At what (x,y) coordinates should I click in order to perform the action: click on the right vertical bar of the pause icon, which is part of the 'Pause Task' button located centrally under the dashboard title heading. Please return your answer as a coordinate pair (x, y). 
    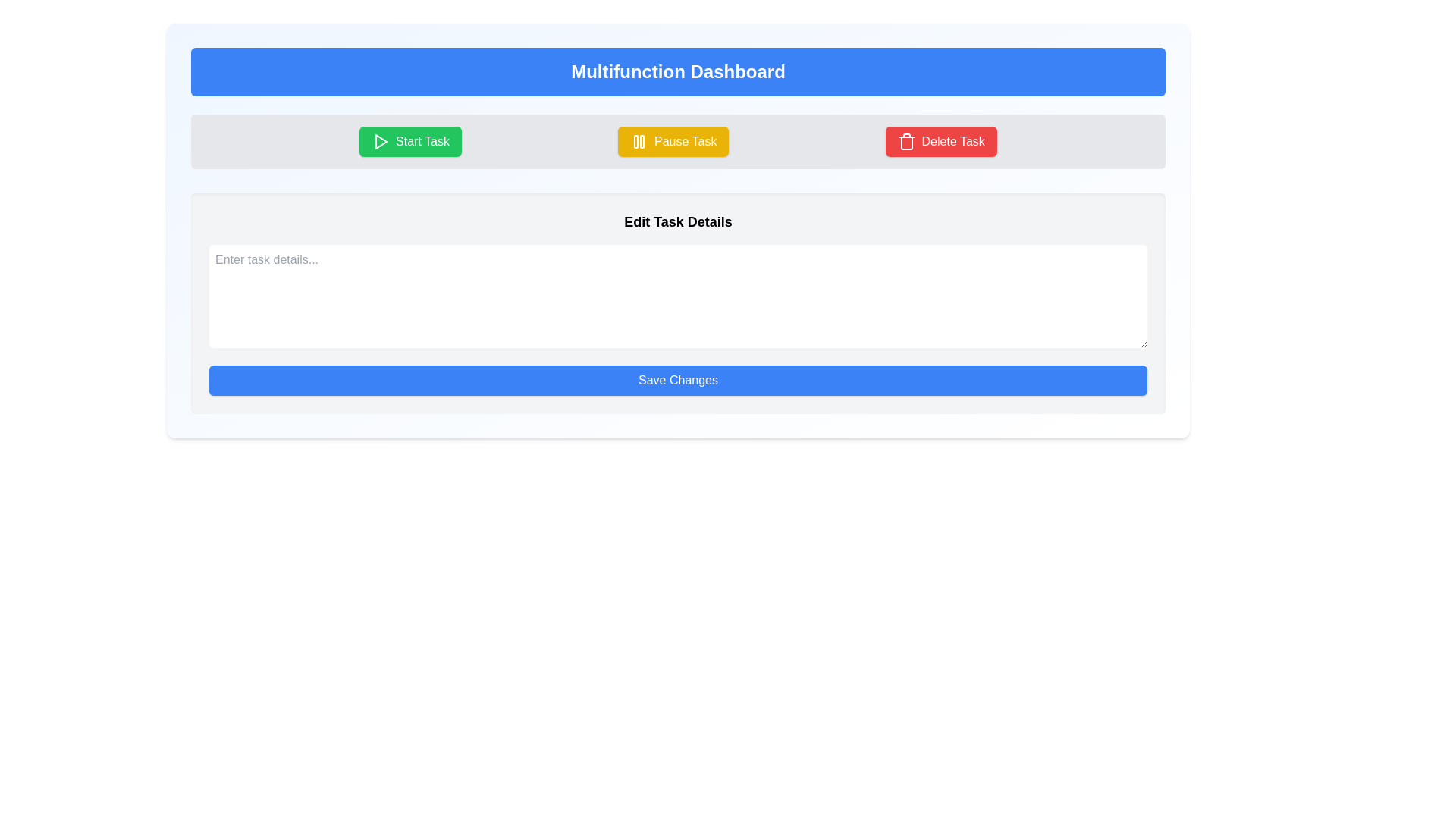
    Looking at the image, I should click on (642, 141).